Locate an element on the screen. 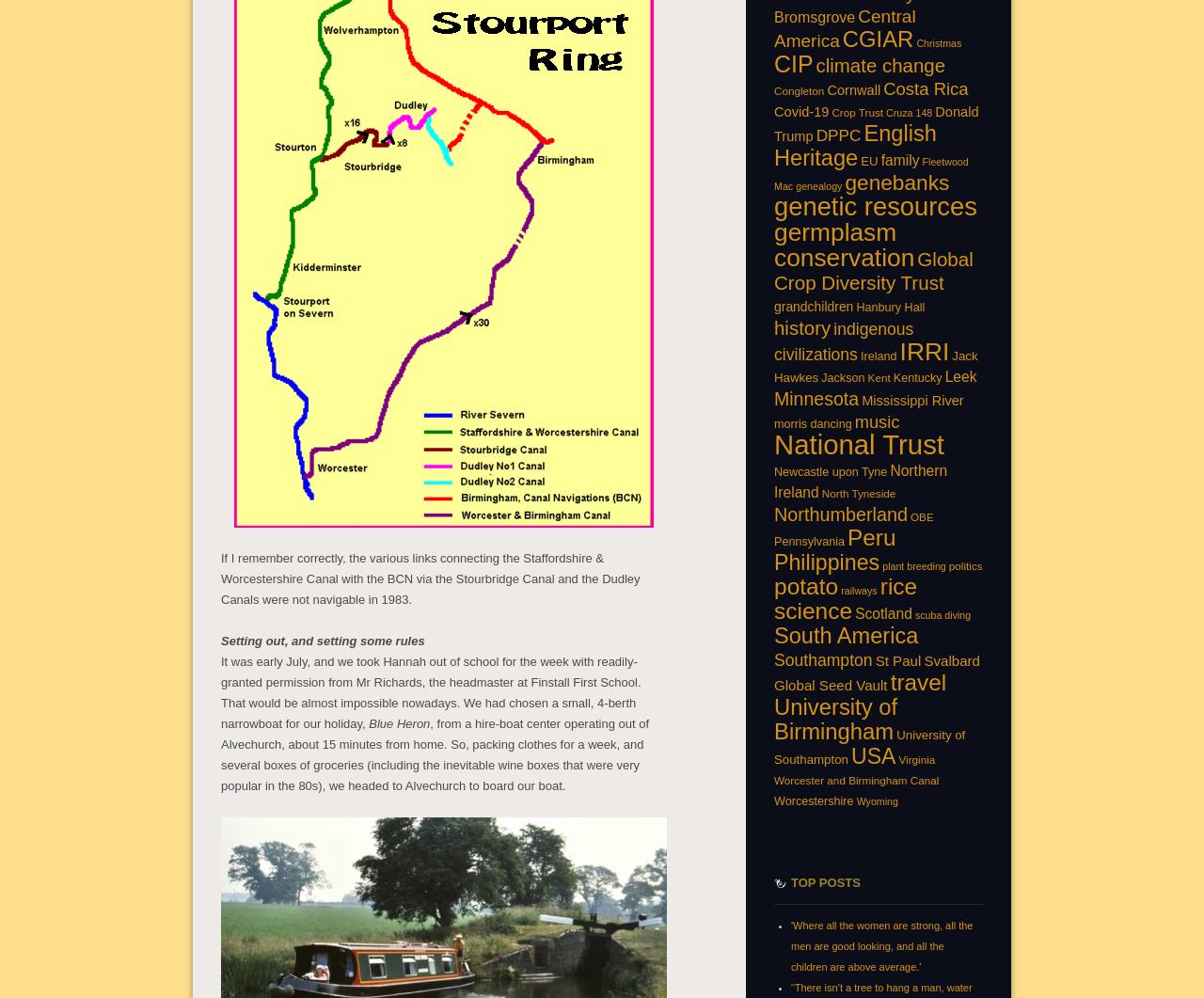 The image size is (1204, 998). ''Where all the women are strong, all the men are good looking, and all the children are above average.'' is located at coordinates (880, 943).